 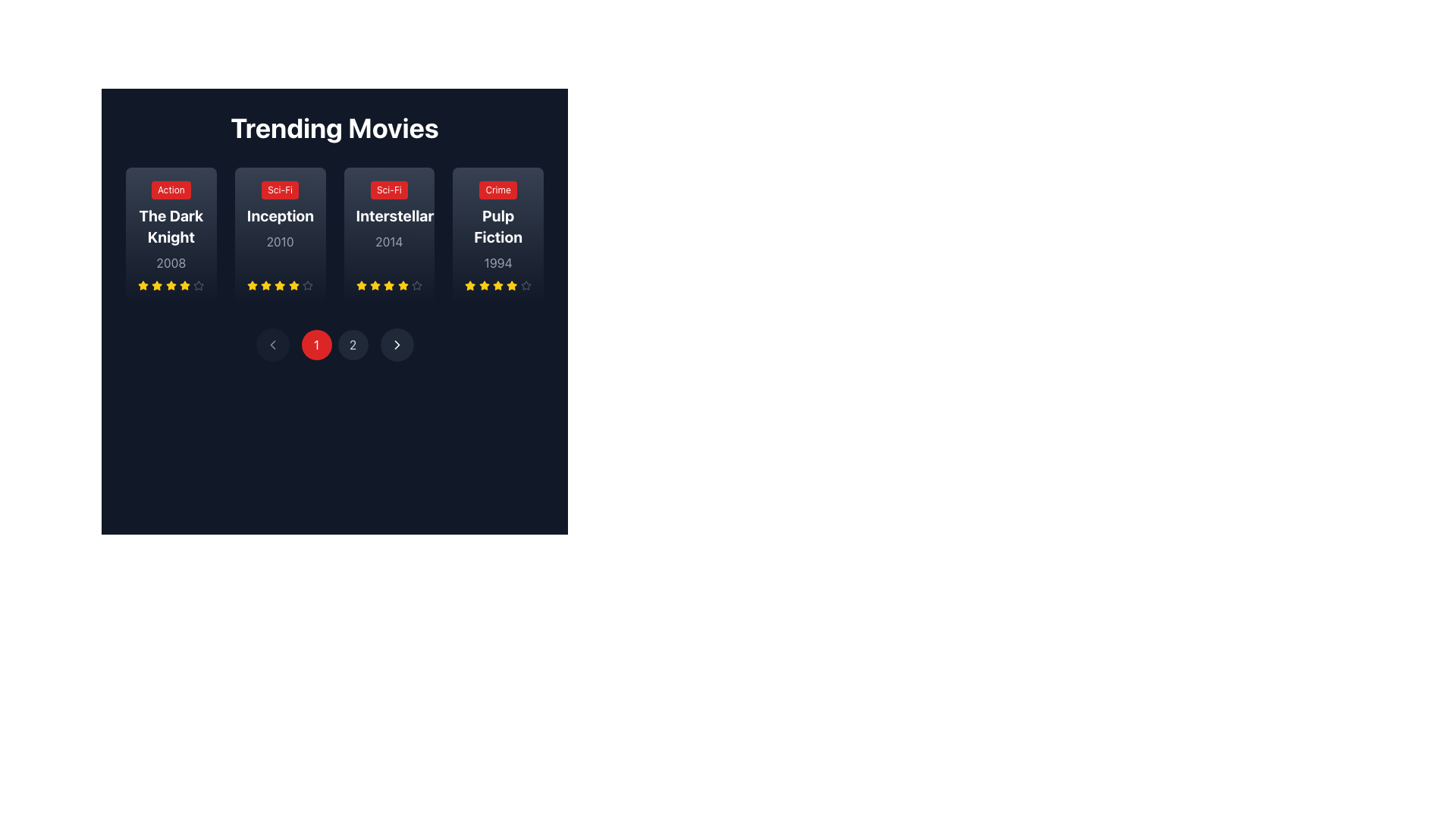 What do you see at coordinates (280, 215) in the screenshot?
I see `the Informational Panel displaying information about the movie 'Inception', which is located in the Trending Movies section between 'The Dark Knight' and 'Interstellar'` at bounding box center [280, 215].